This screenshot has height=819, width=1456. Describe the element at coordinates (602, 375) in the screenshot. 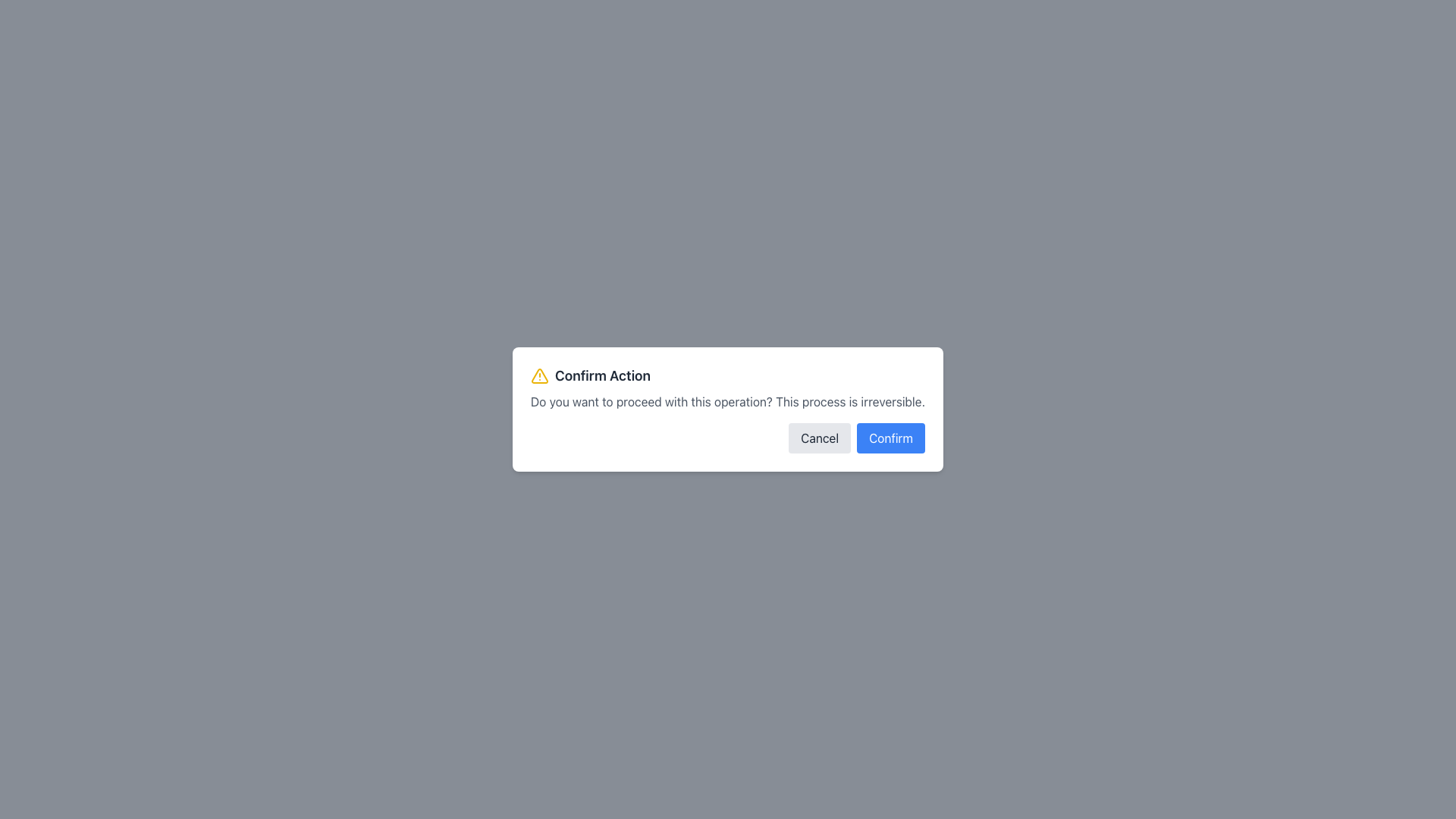

I see `text displayed in the 'Confirm Action' text label that is located at the top of the dialog box, adjacent to the yellow warning icon` at that location.